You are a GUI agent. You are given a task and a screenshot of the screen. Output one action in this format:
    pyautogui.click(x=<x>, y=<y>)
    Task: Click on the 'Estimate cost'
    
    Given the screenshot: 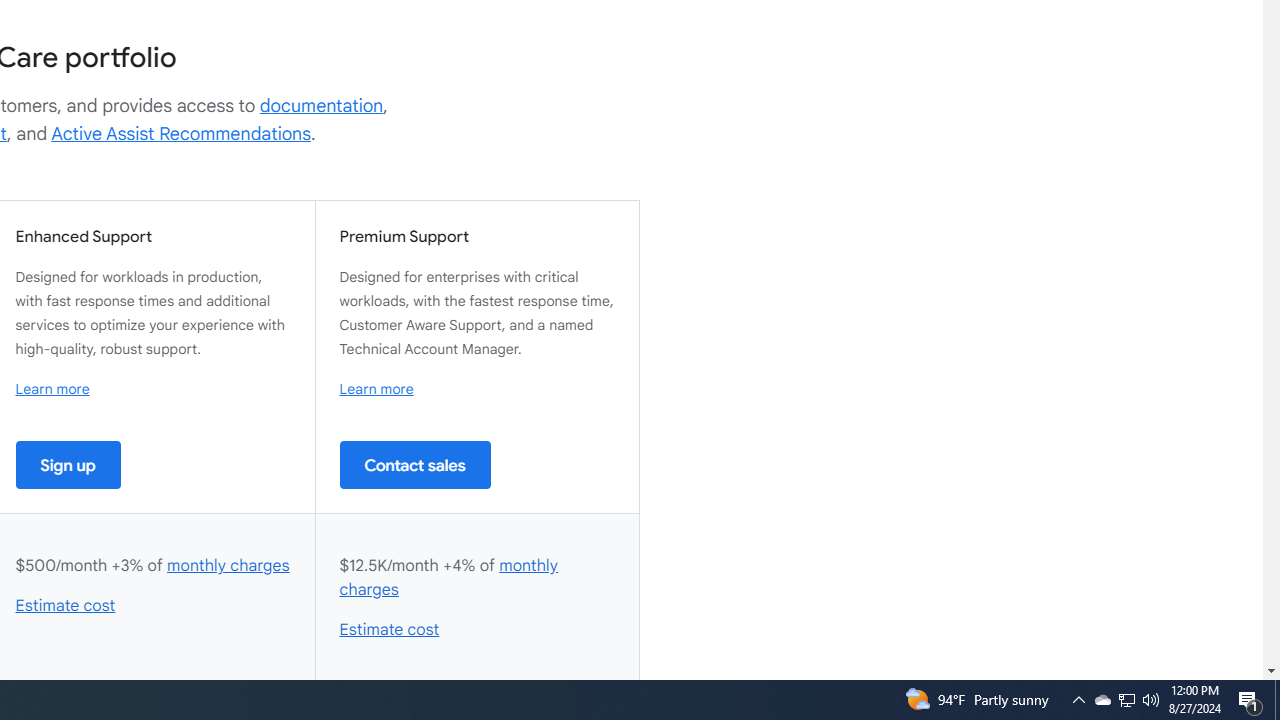 What is the action you would take?
    pyautogui.click(x=389, y=630)
    